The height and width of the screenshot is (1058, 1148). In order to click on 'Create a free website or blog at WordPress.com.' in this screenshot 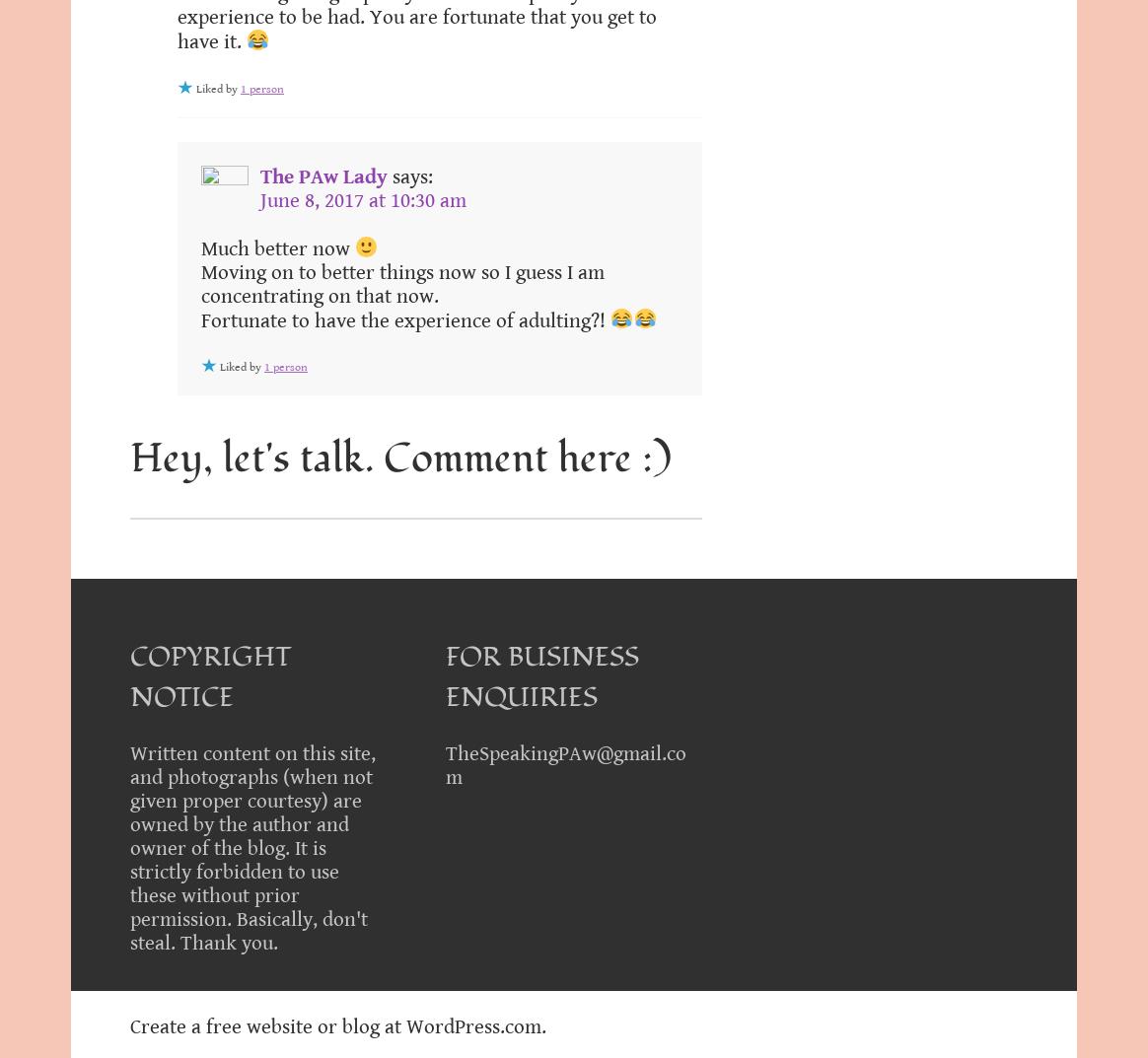, I will do `click(337, 1026)`.